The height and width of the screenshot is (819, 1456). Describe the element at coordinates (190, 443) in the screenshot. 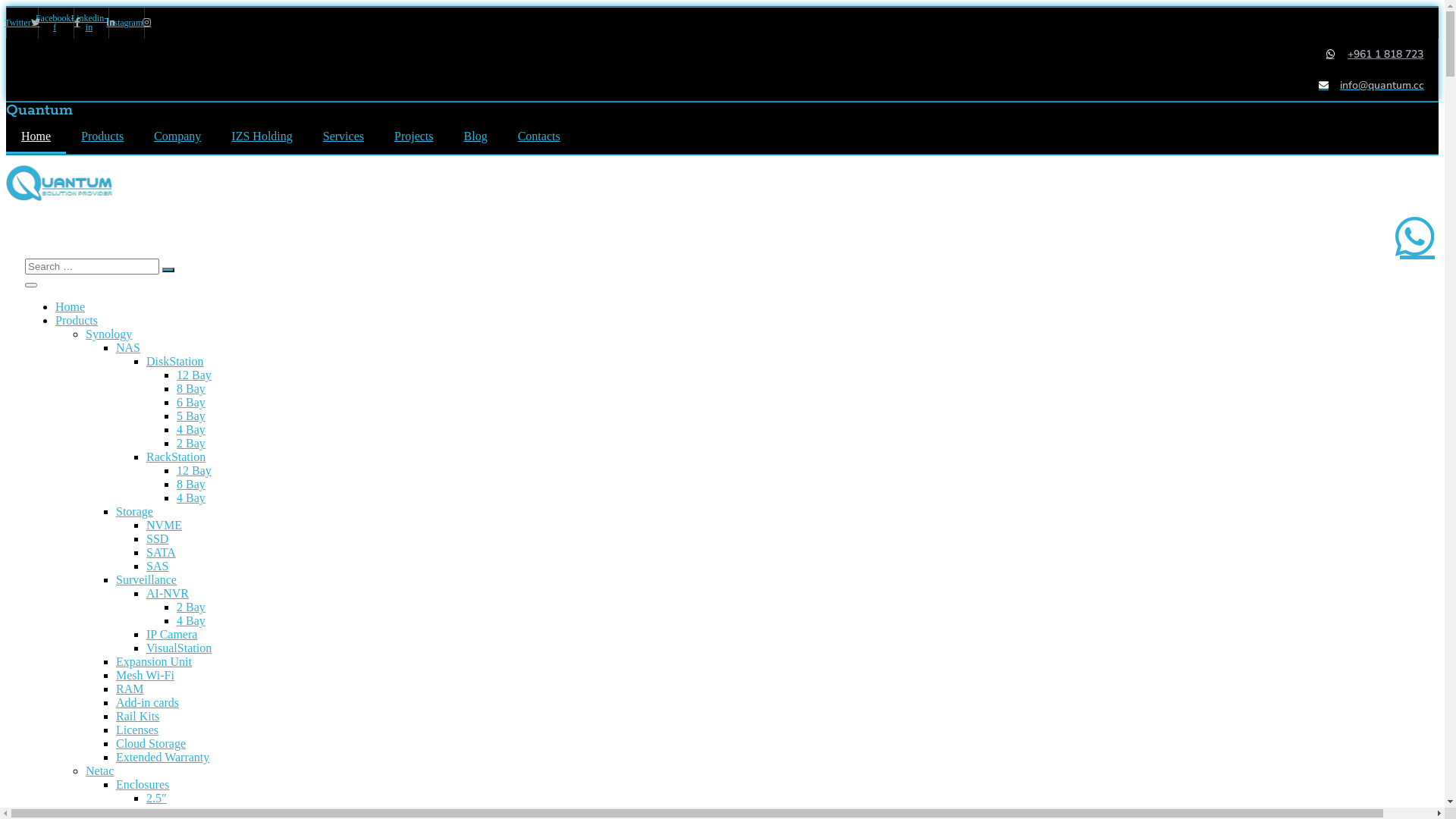

I see `'2 Bay'` at that location.